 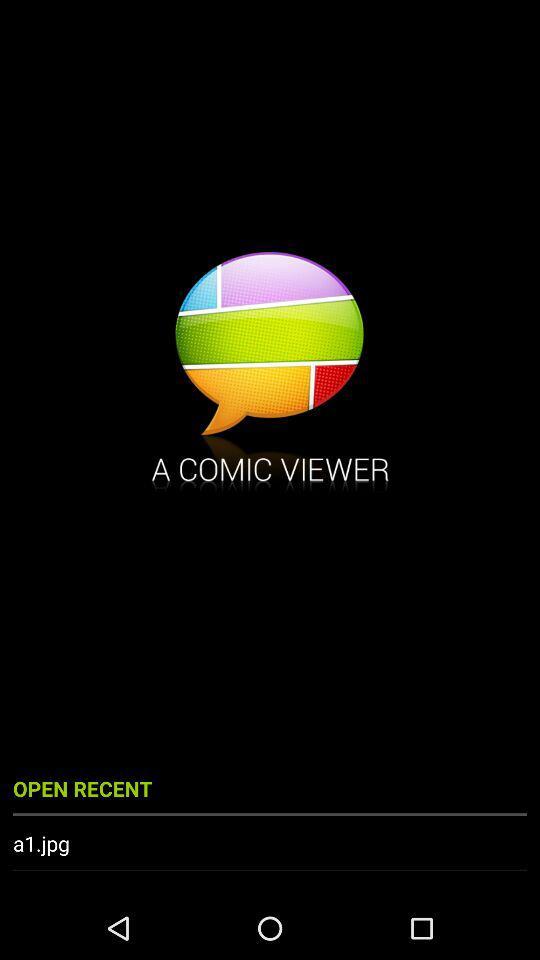 I want to click on icon above open recent, so click(x=270, y=373).